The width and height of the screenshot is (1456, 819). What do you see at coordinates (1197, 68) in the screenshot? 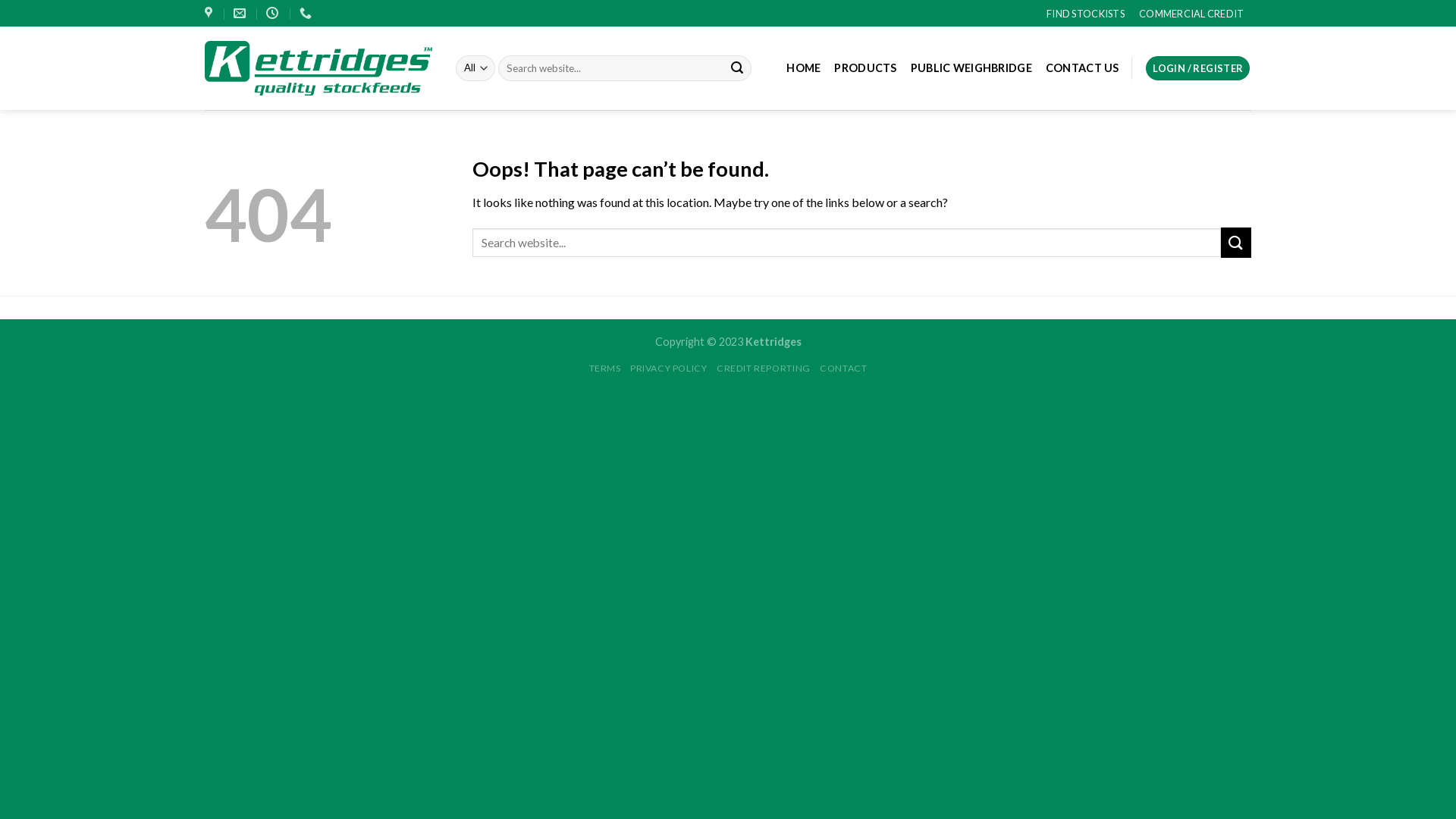
I see `'LOGIN / REGISTER'` at bounding box center [1197, 68].